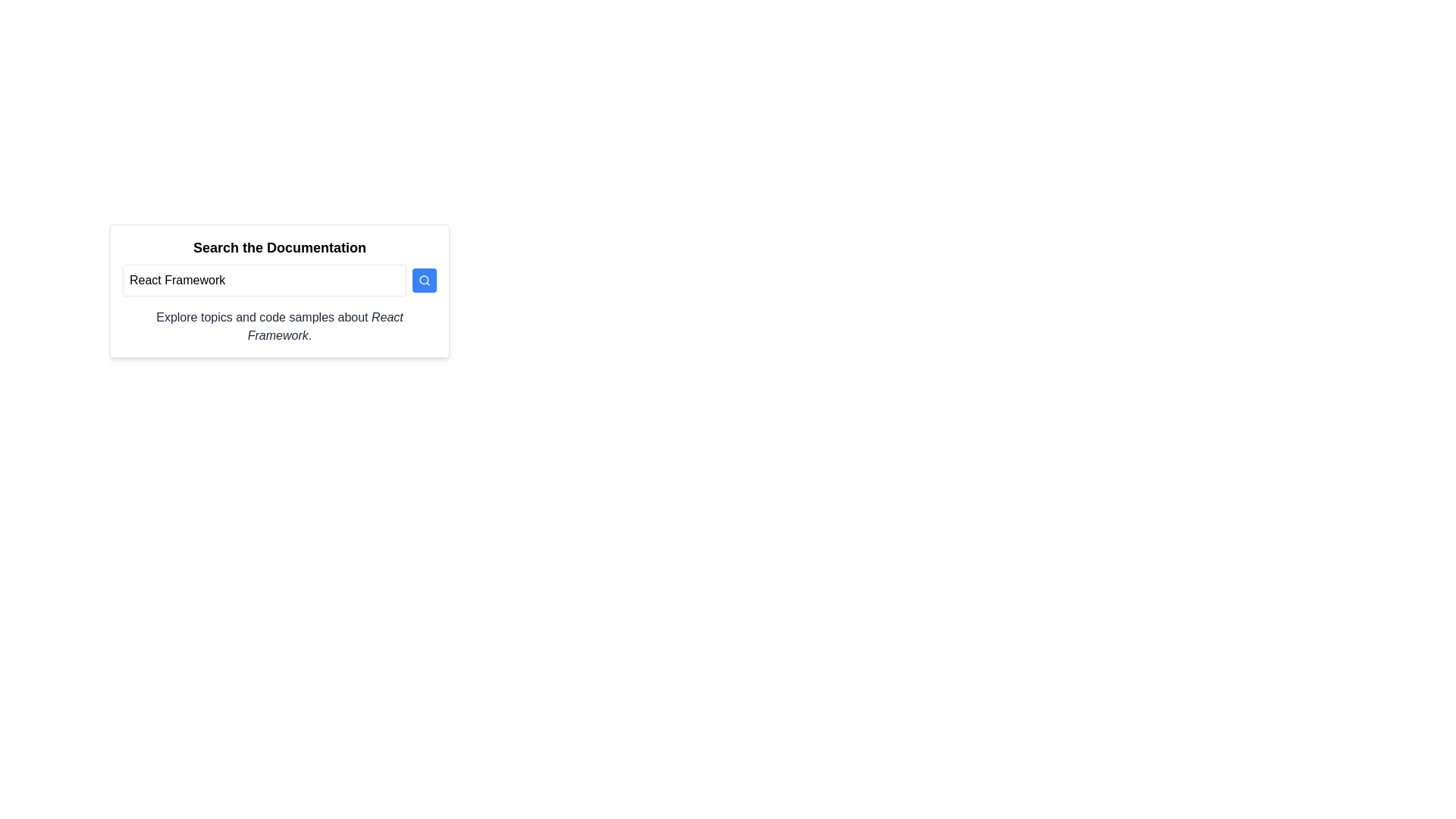 This screenshot has width=1456, height=819. I want to click on the text element displaying 'Explore topics and code samples about React Framework.' to read the information, so click(280, 326).